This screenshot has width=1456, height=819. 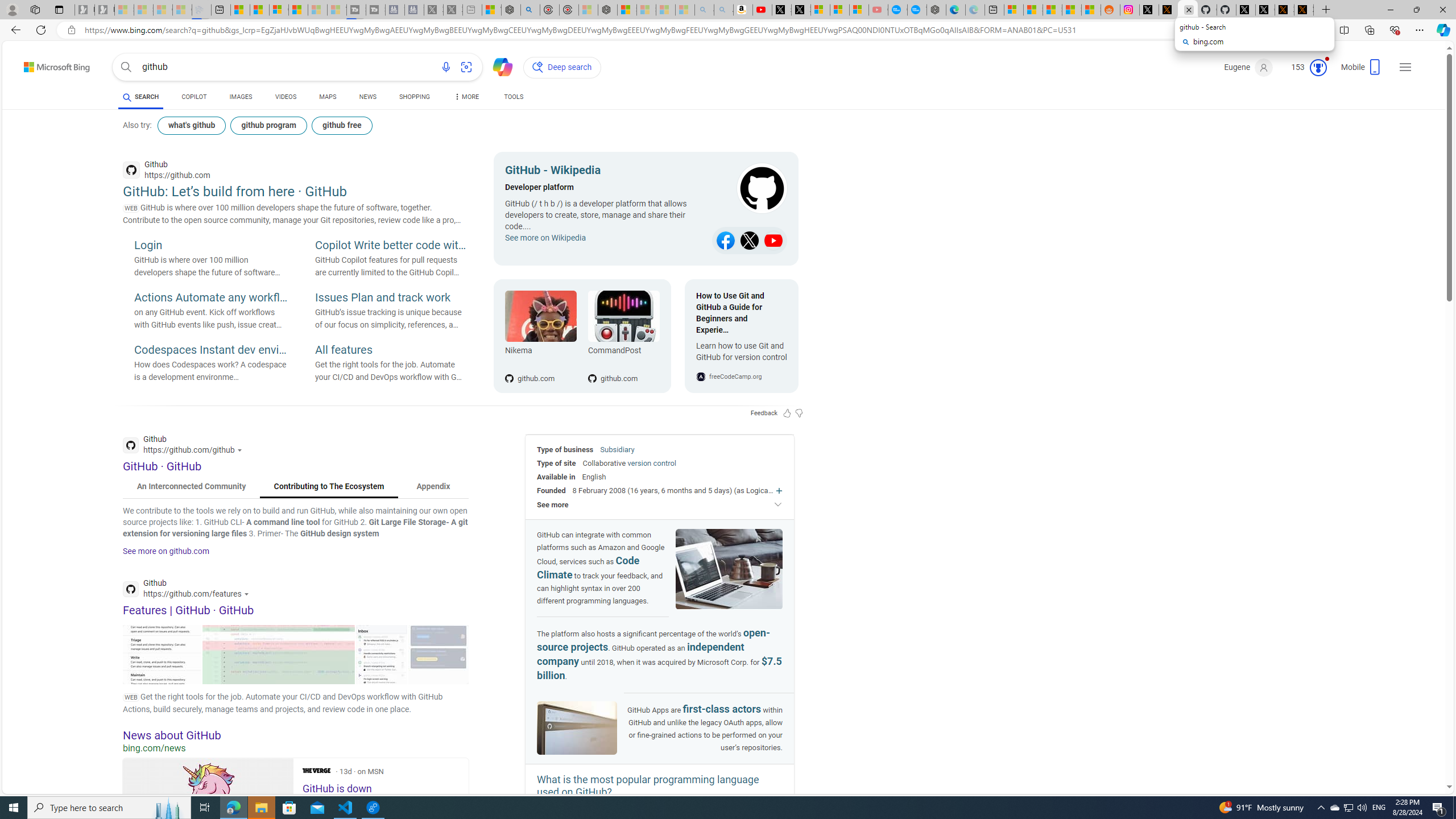 What do you see at coordinates (1314, 30) in the screenshot?
I see `'Add this page to favorites (Ctrl+D)'` at bounding box center [1314, 30].